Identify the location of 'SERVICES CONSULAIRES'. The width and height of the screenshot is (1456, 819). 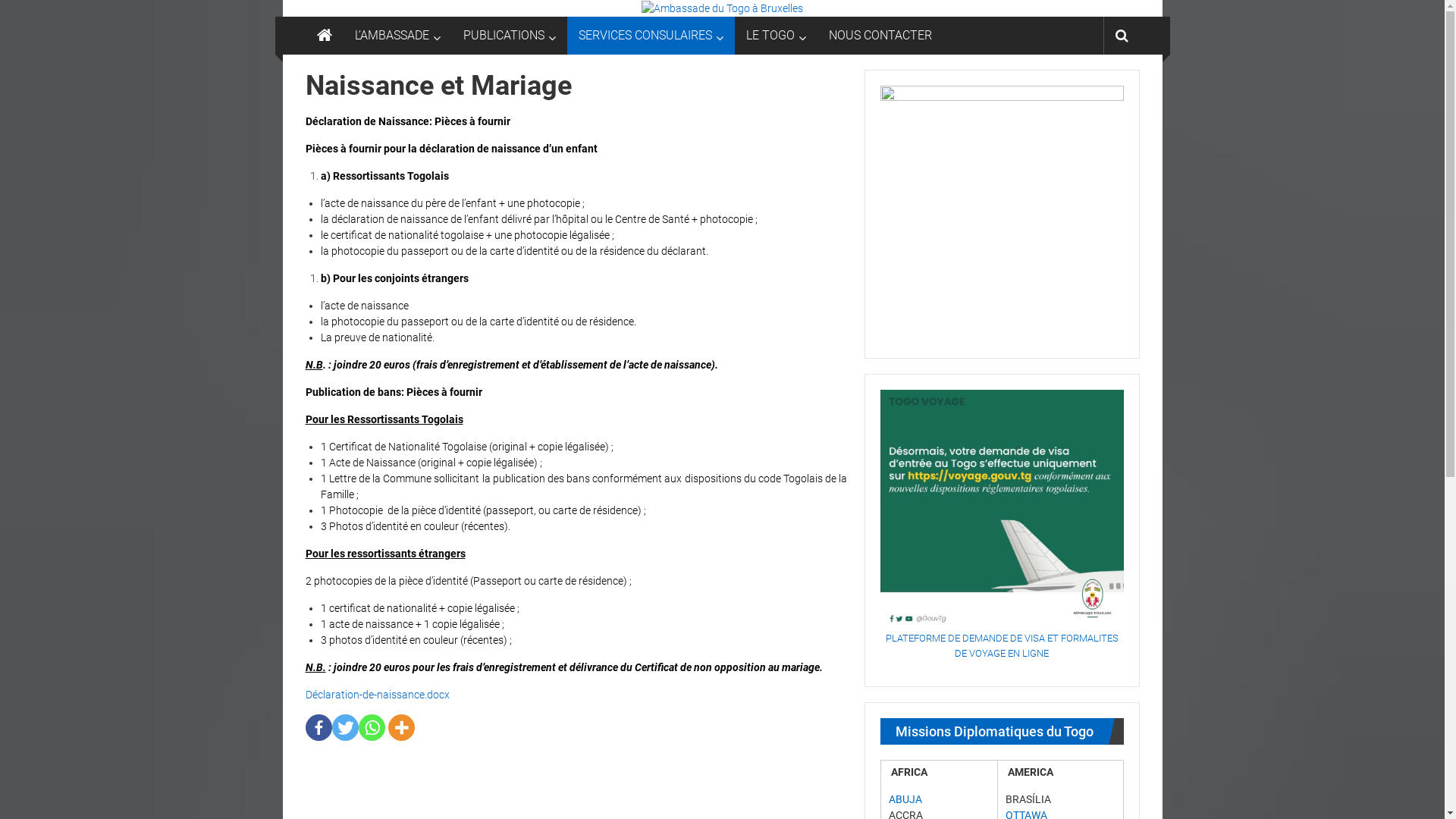
(577, 34).